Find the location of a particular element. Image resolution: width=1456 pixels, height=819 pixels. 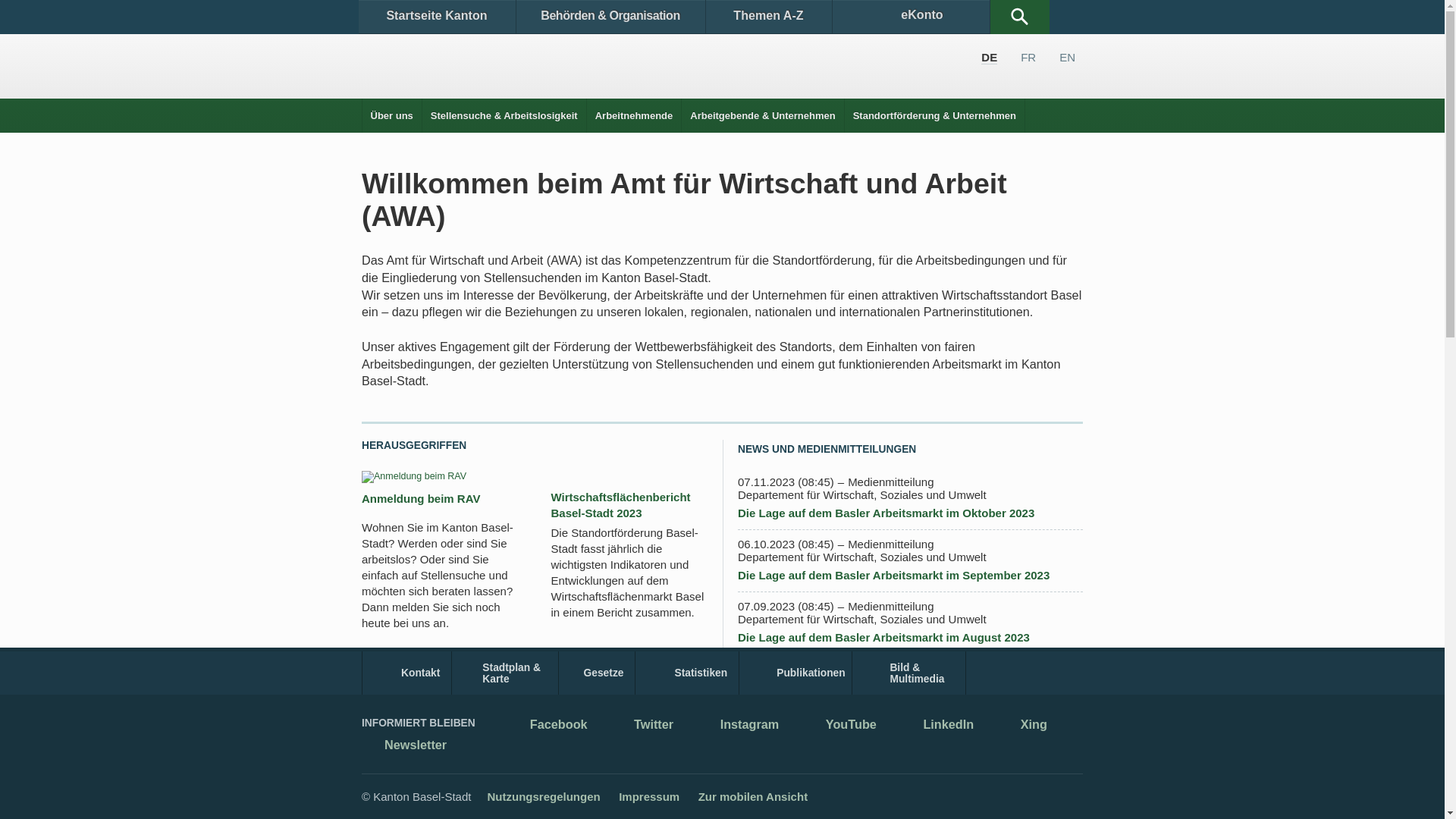

'Zur mobilen Ansicht' is located at coordinates (753, 795).